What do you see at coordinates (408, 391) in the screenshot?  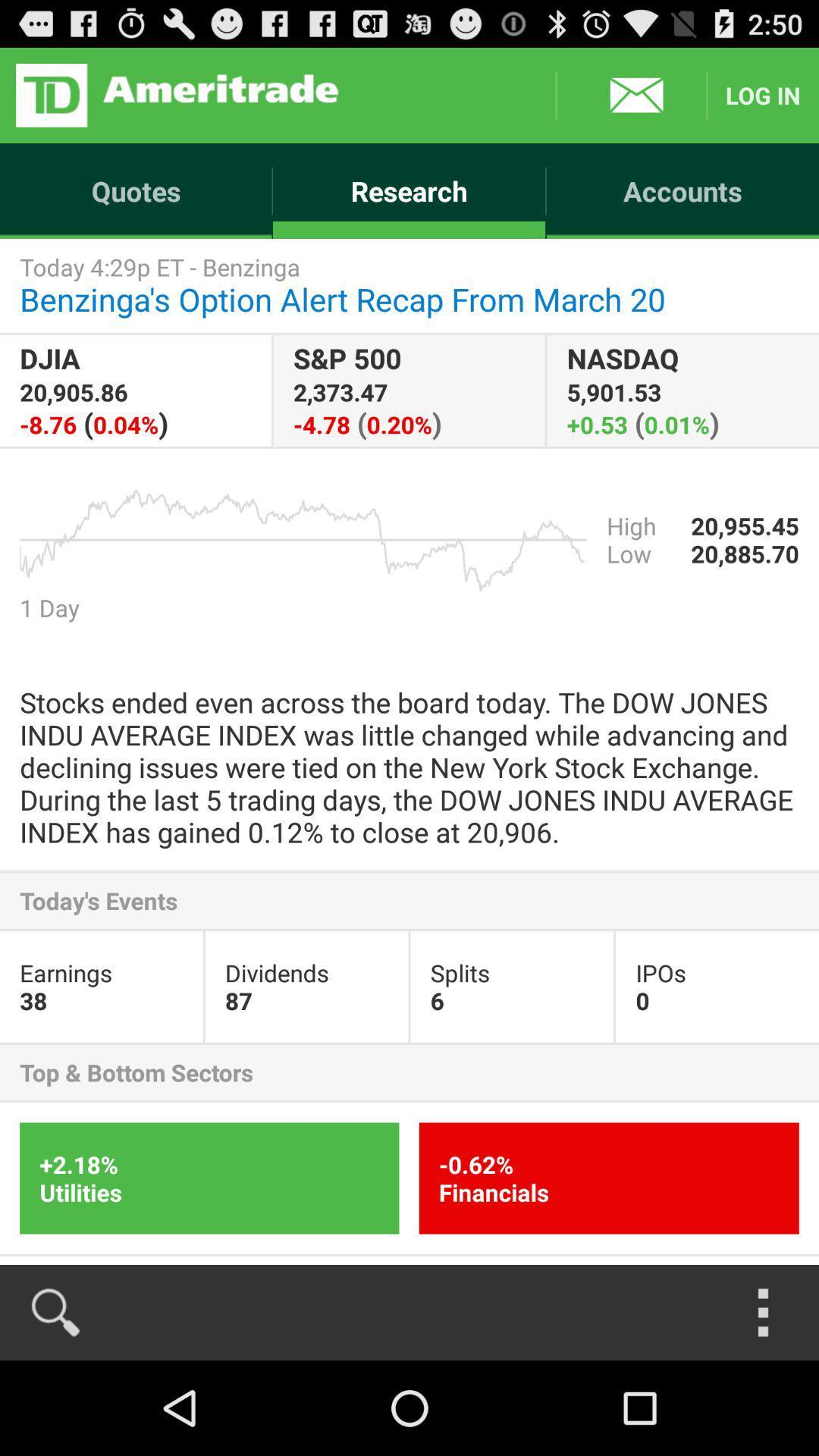 I see `s p 500` at bounding box center [408, 391].